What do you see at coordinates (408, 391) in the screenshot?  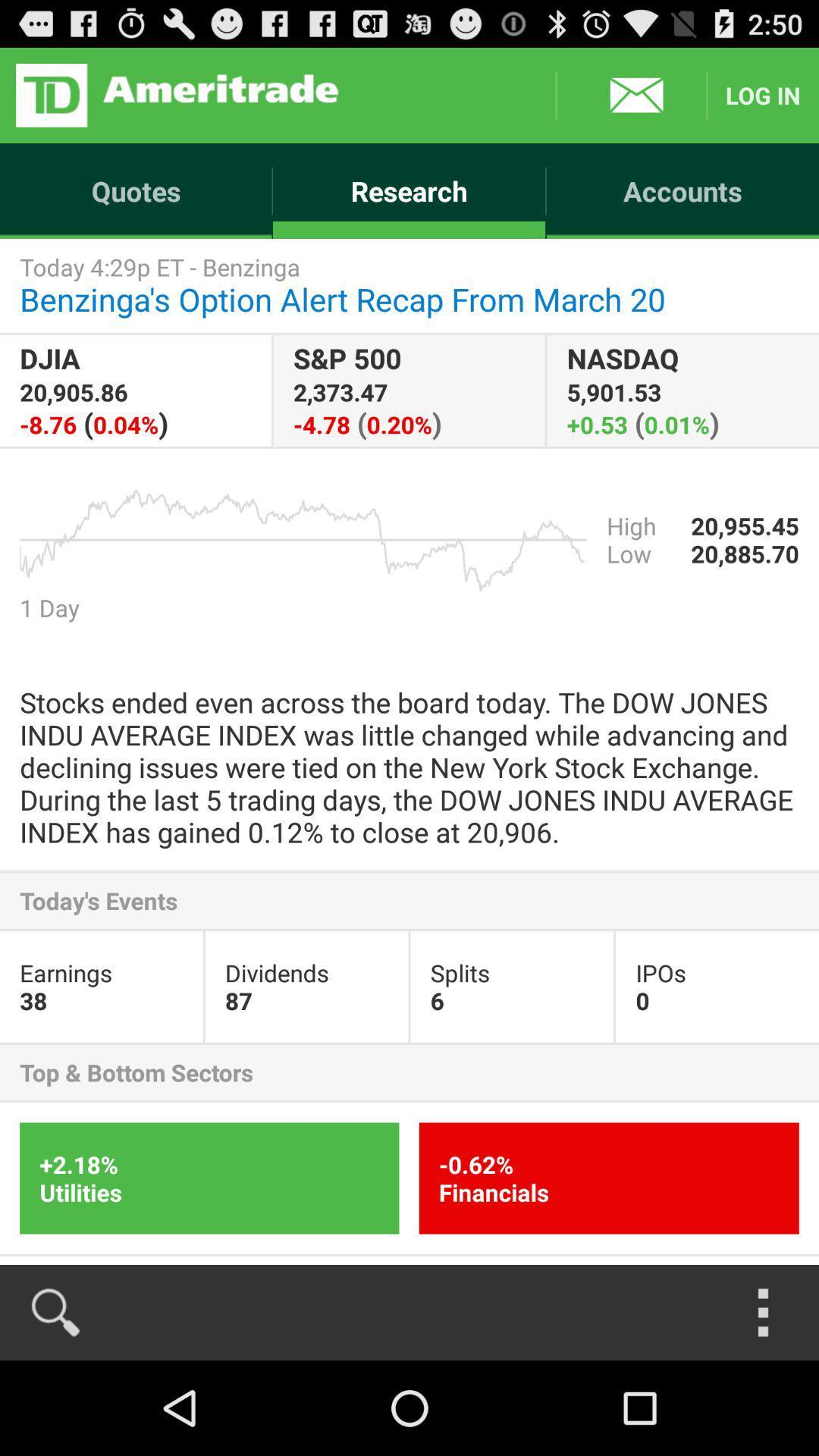 I see `s p 500` at bounding box center [408, 391].